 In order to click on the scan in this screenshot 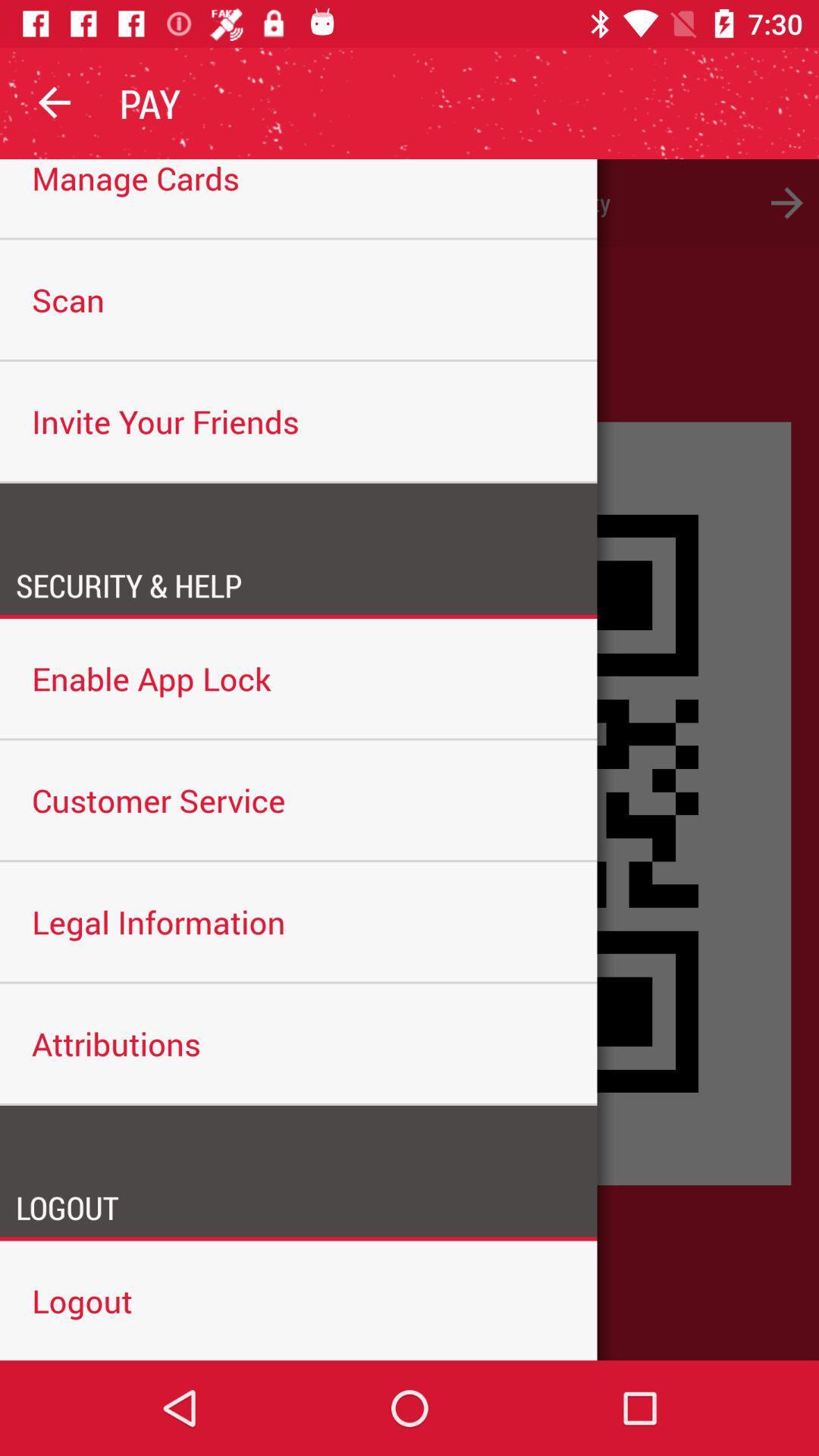, I will do `click(298, 300)`.